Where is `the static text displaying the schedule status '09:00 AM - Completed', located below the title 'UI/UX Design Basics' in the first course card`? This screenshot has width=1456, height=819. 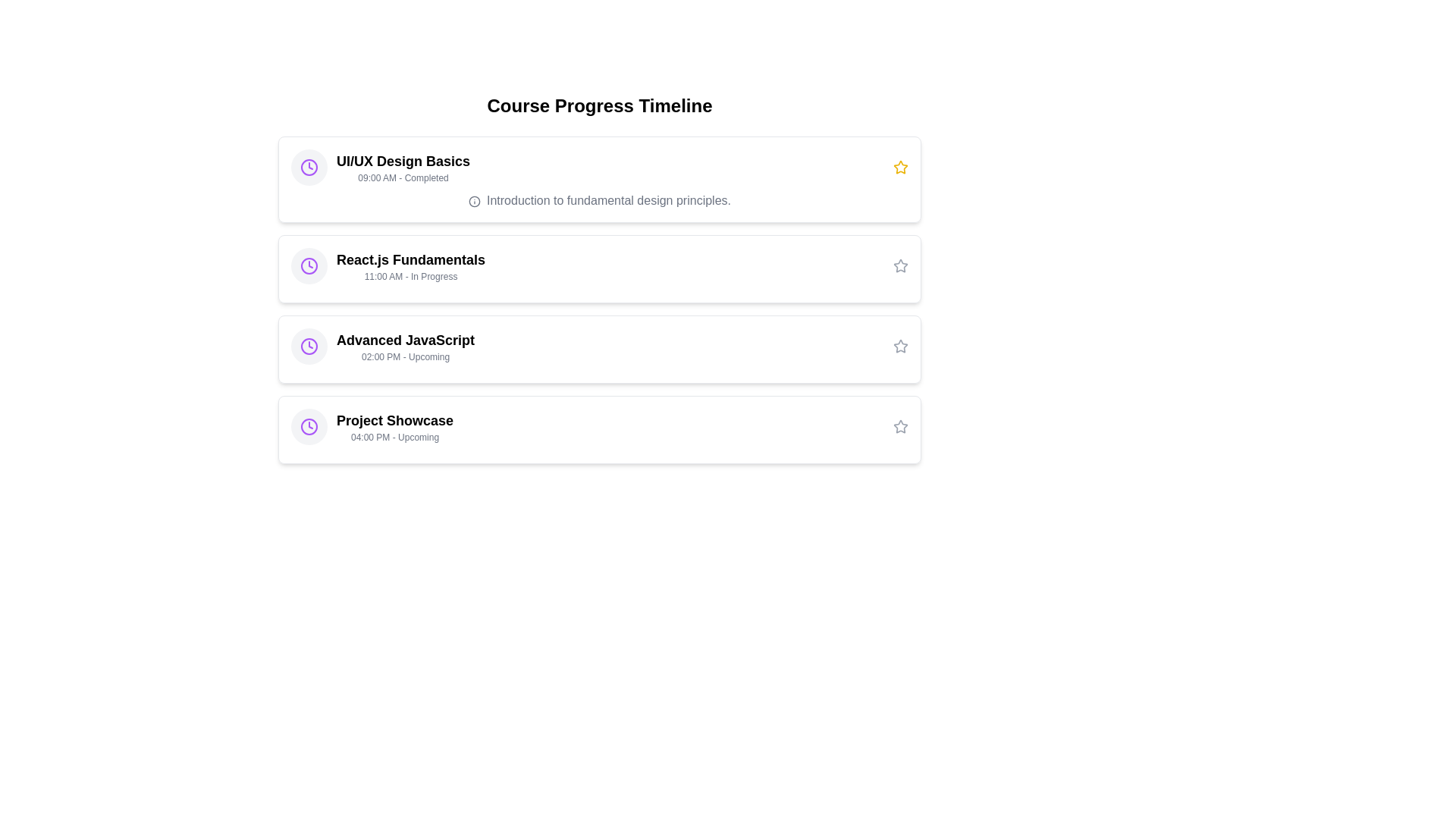
the static text displaying the schedule status '09:00 AM - Completed', located below the title 'UI/UX Design Basics' in the first course card is located at coordinates (403, 177).